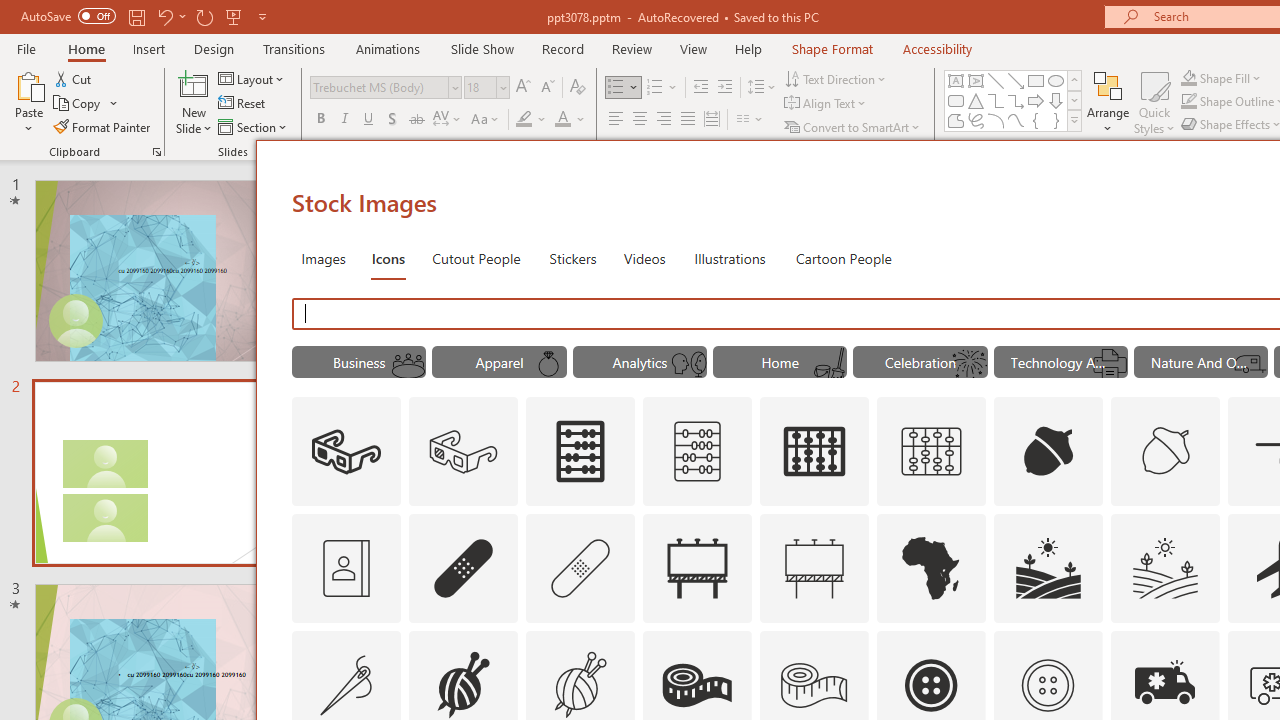  Describe the element at coordinates (388, 257) in the screenshot. I see `'Icons'` at that location.